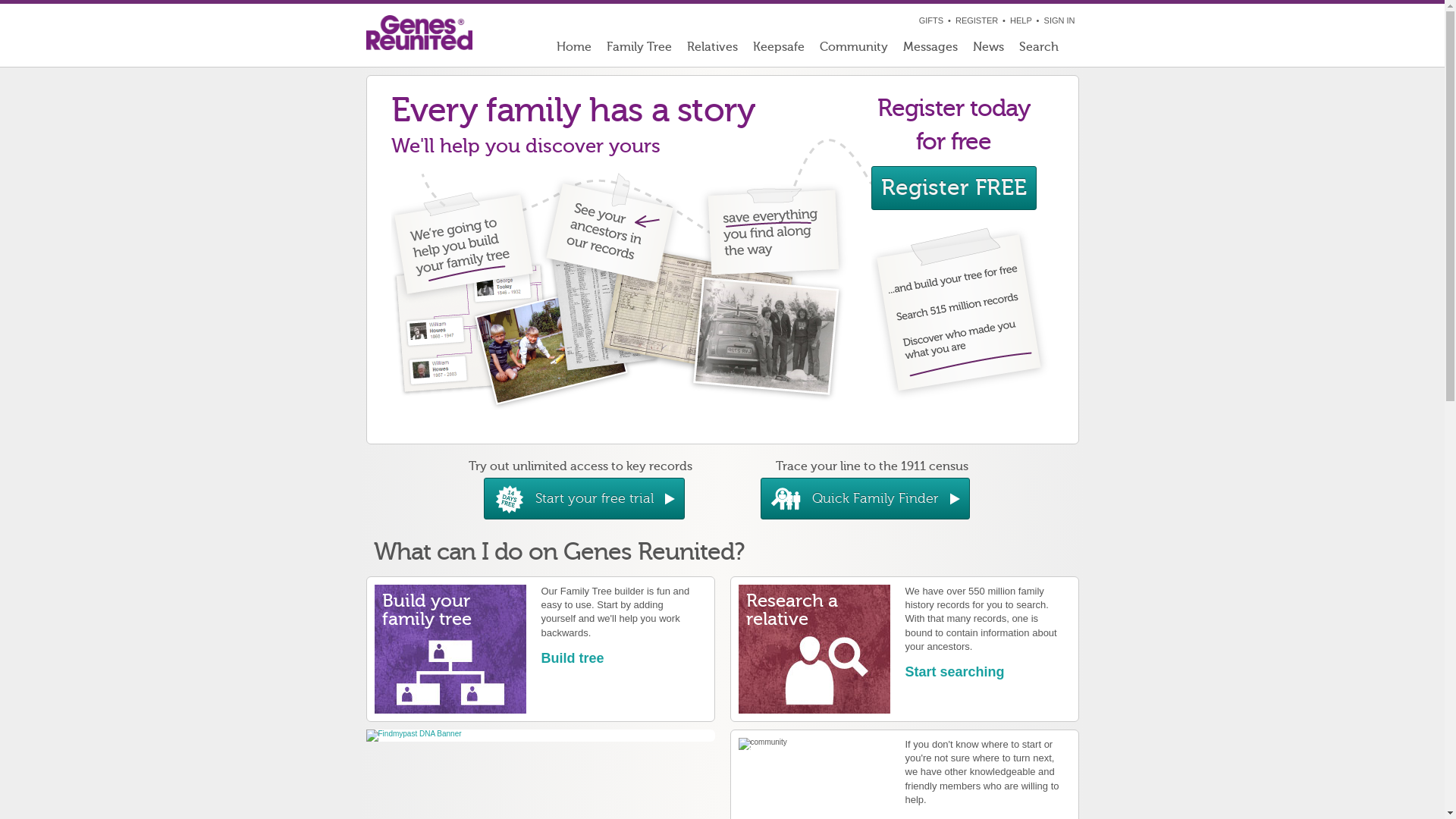 The height and width of the screenshot is (819, 1456). Describe the element at coordinates (987, 49) in the screenshot. I see `'News'` at that location.